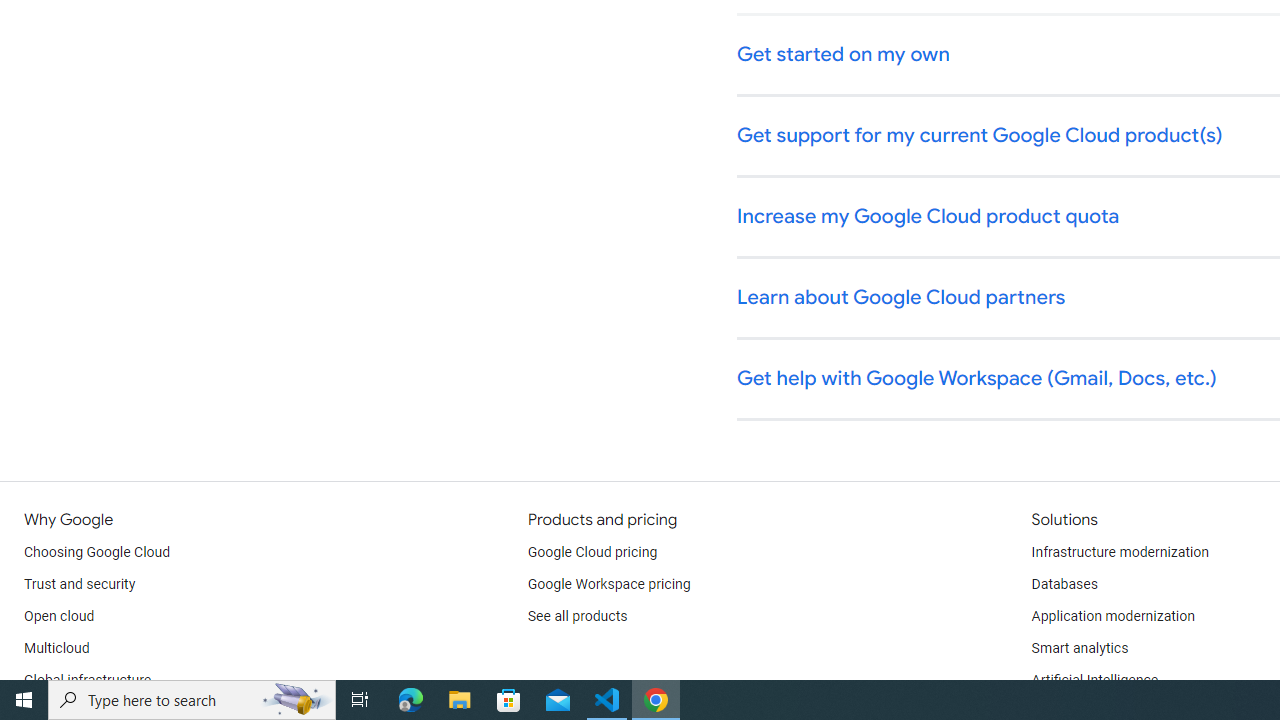 This screenshot has height=720, width=1280. Describe the element at coordinates (608, 585) in the screenshot. I see `'Google Workspace pricing'` at that location.